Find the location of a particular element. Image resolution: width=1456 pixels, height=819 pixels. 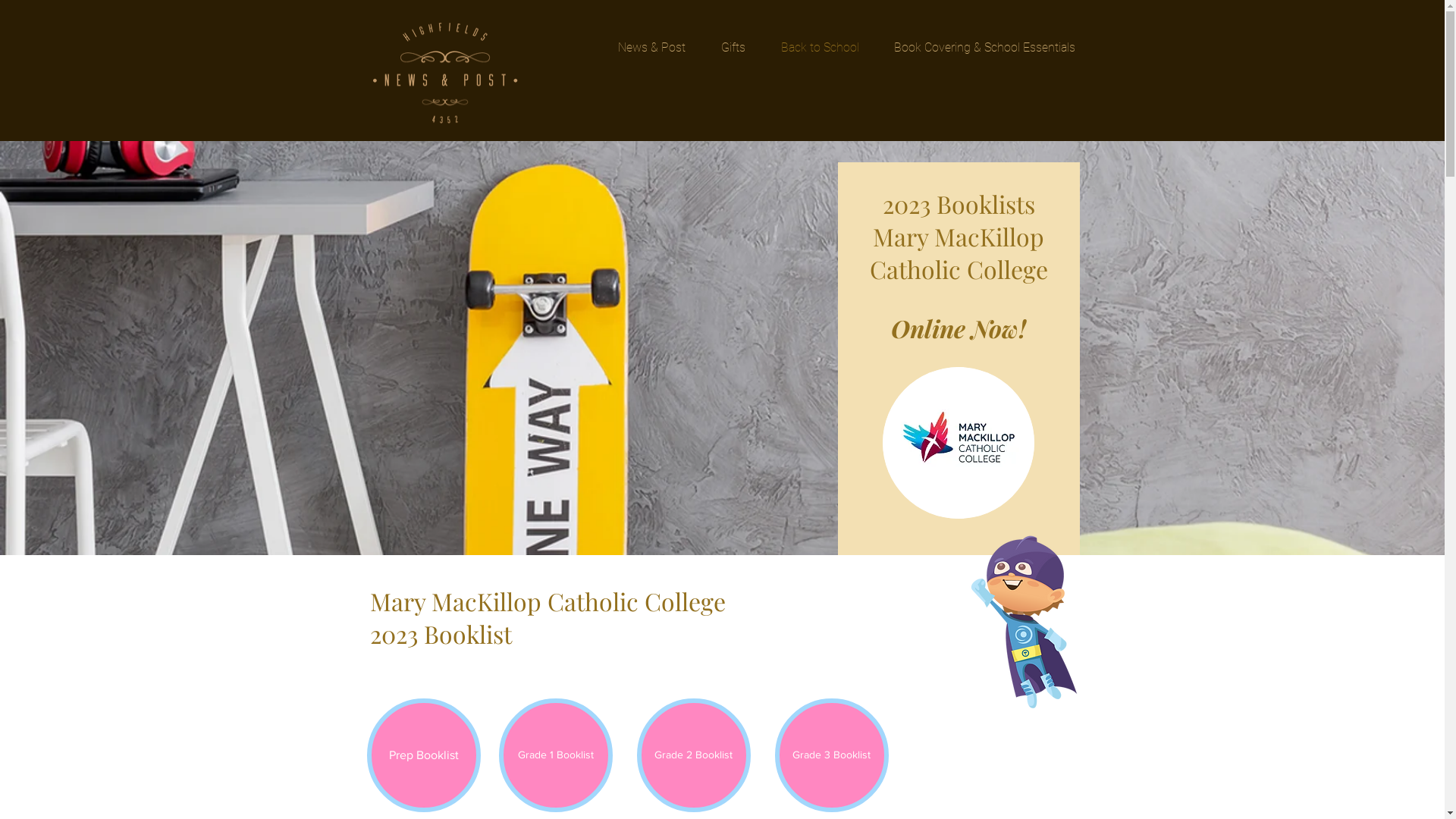

'News & Post' is located at coordinates (651, 46).